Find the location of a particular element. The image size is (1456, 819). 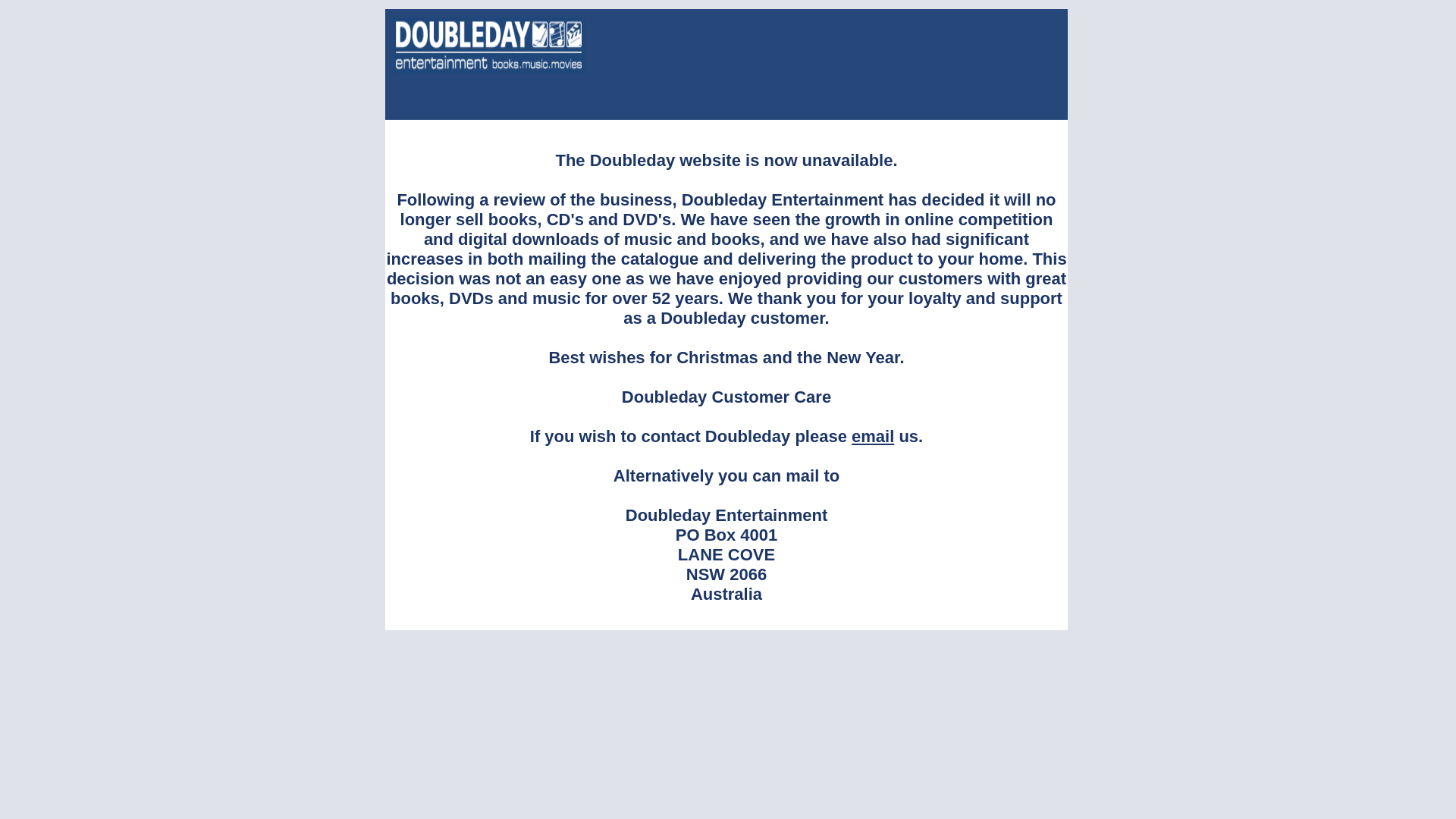

'email' is located at coordinates (873, 436).